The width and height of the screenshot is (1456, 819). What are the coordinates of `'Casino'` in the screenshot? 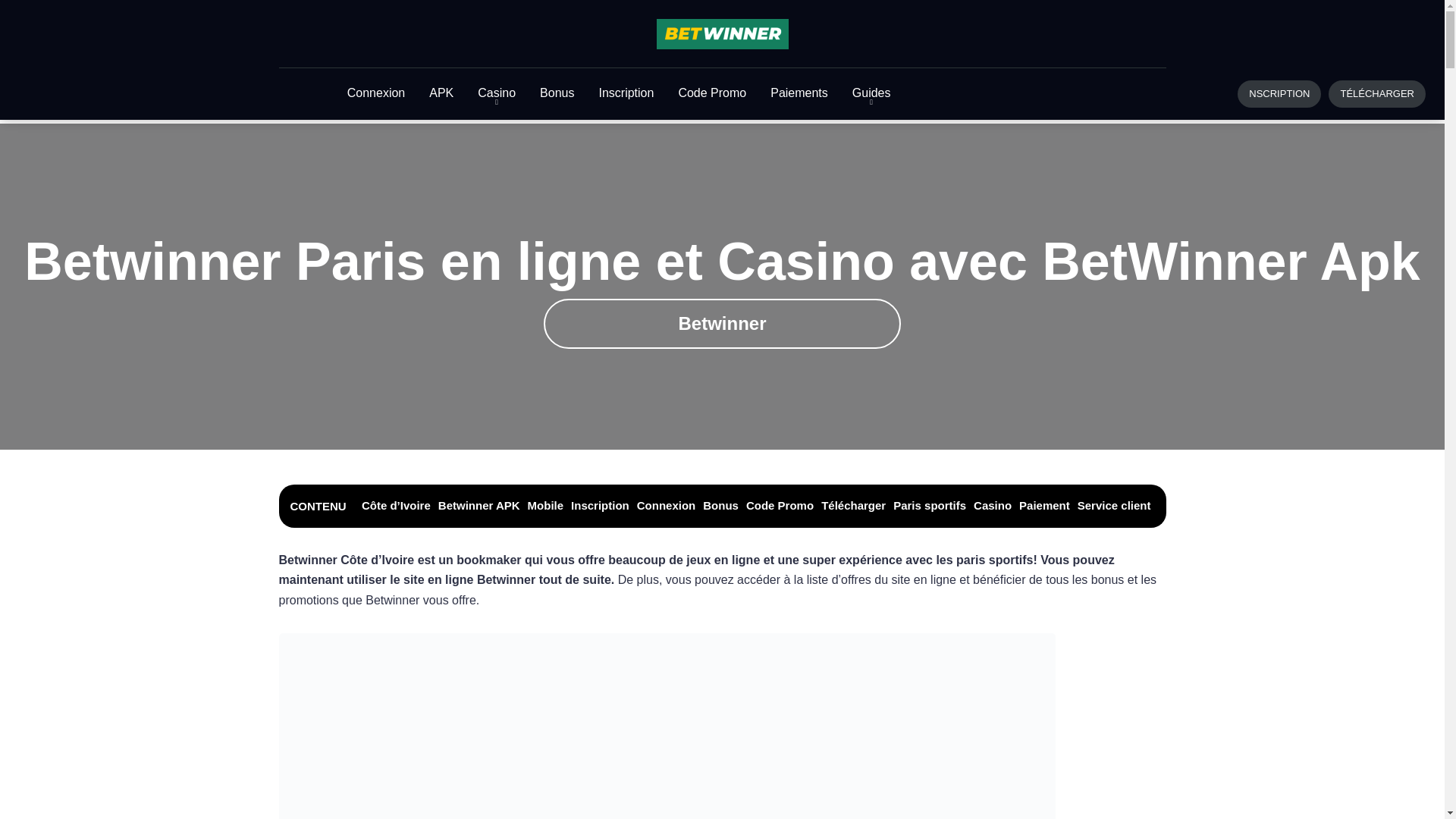 It's located at (496, 93).